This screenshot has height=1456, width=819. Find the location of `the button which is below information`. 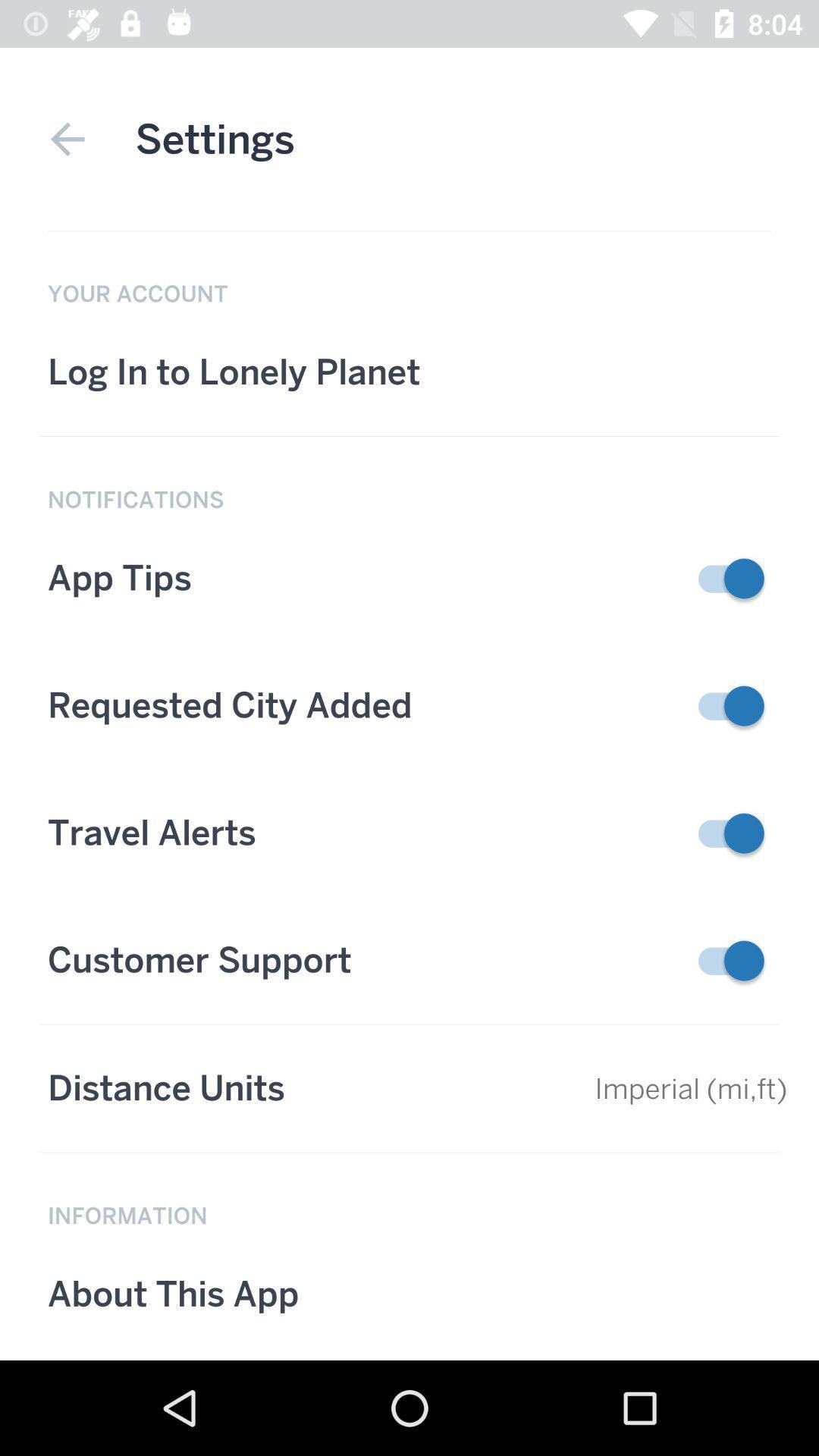

the button which is below information is located at coordinates (409, 1294).